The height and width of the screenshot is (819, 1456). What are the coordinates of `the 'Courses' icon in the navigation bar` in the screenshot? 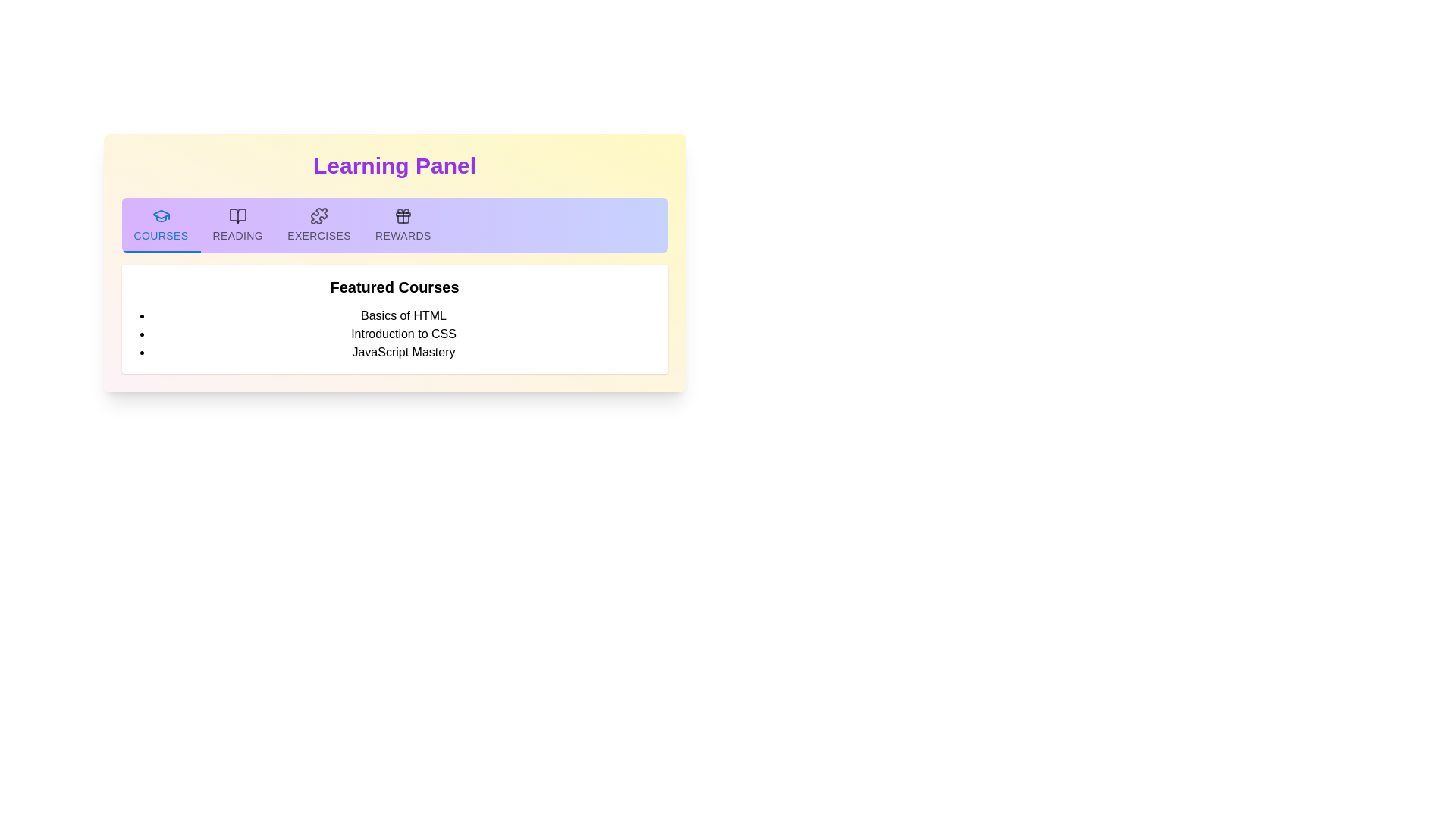 It's located at (161, 216).